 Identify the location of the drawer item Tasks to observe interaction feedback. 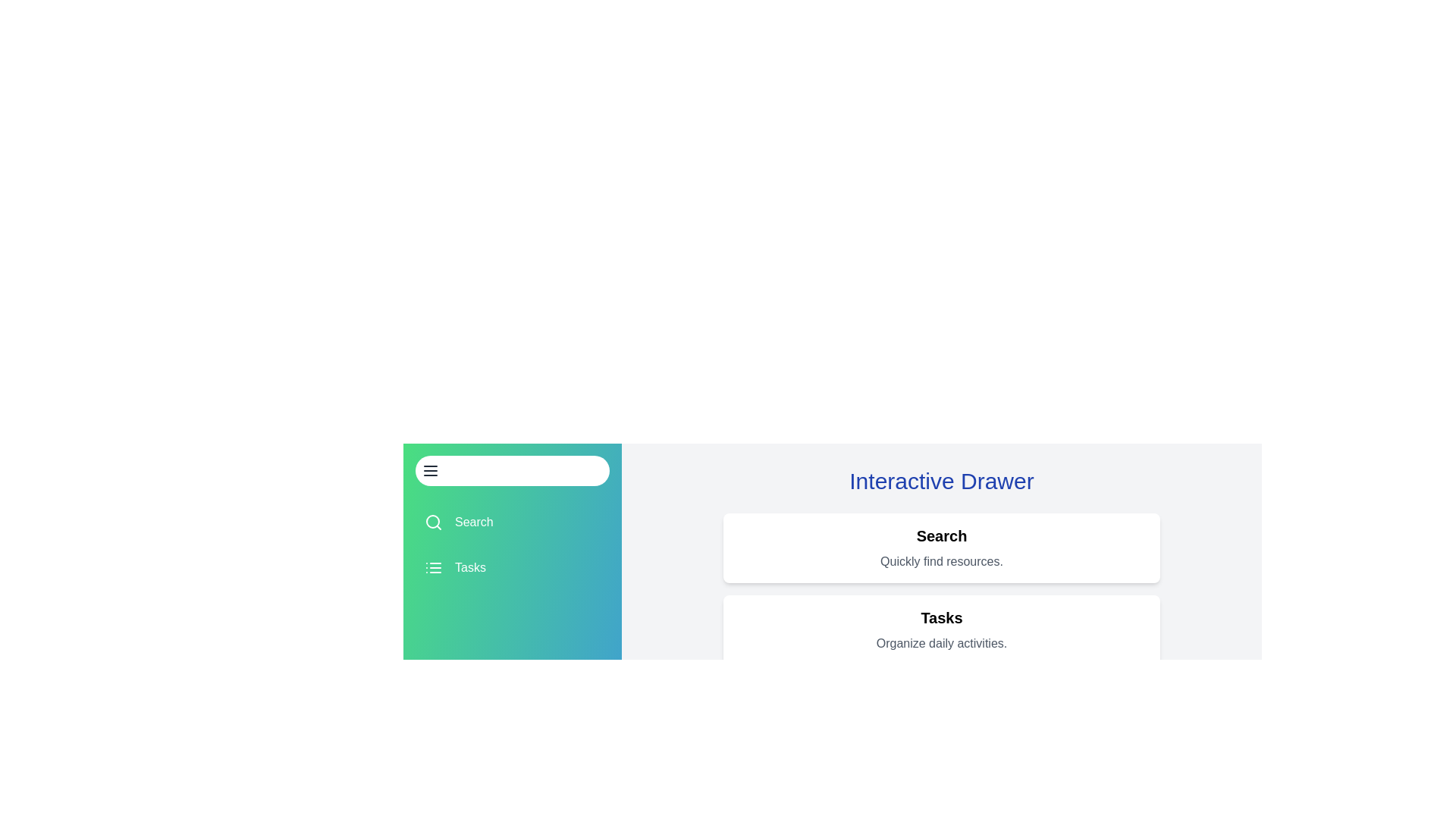
(513, 567).